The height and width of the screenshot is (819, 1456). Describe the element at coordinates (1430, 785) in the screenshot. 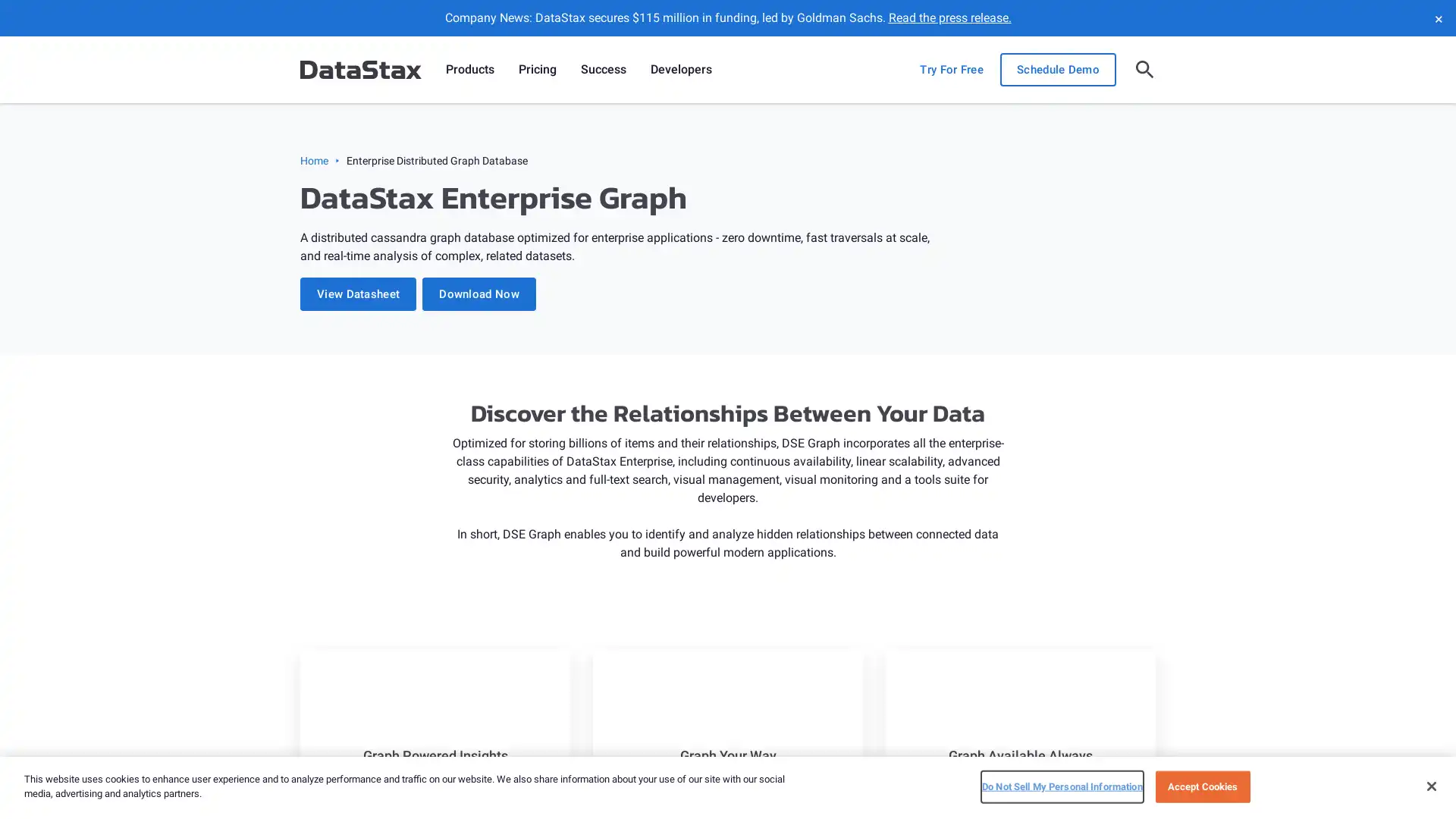

I see `Close` at that location.